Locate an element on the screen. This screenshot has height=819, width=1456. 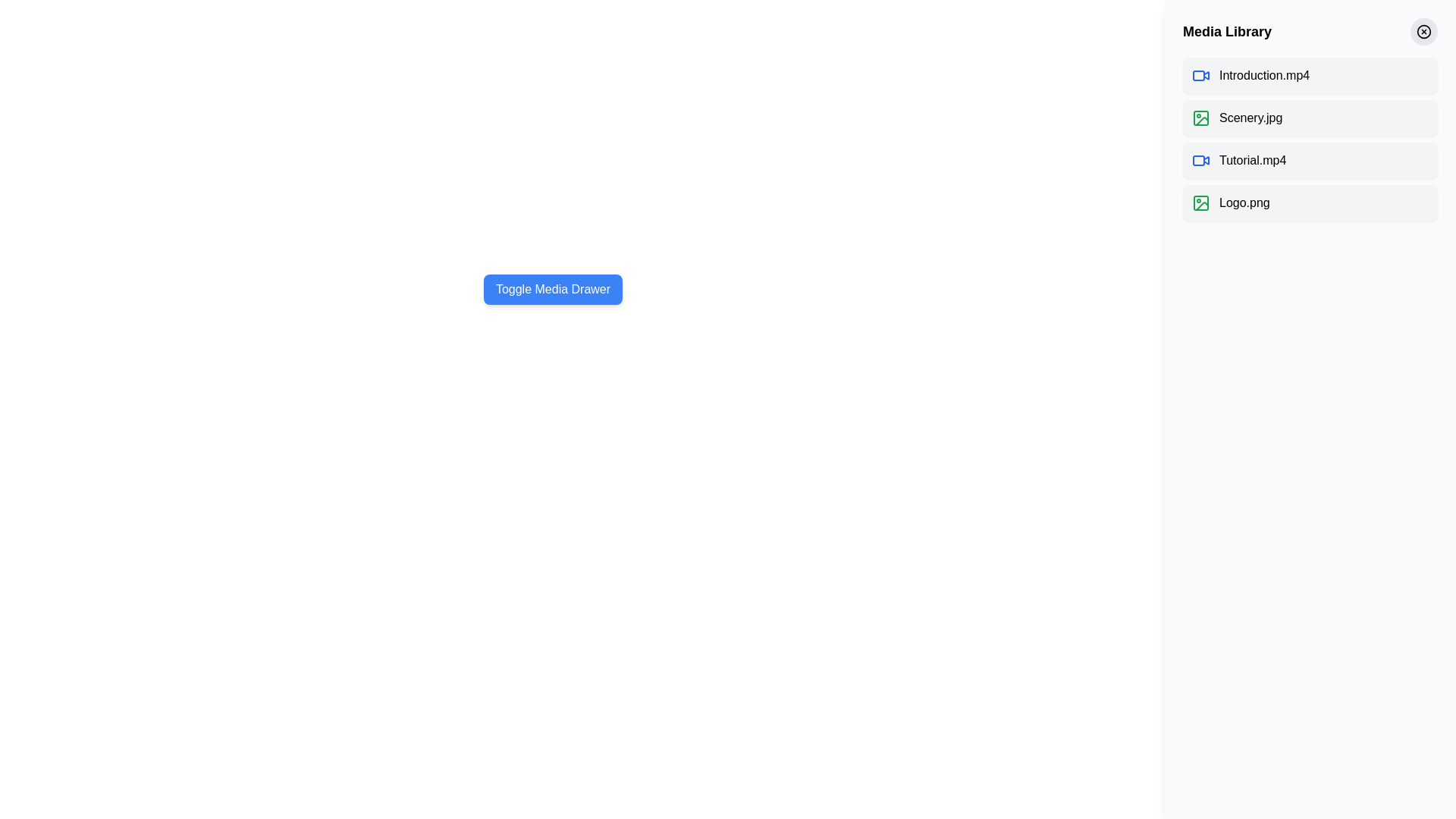
the styling of the green rectangular icon with rounded corners located near the text 'Logo.png' in the media library pane is located at coordinates (1200, 202).